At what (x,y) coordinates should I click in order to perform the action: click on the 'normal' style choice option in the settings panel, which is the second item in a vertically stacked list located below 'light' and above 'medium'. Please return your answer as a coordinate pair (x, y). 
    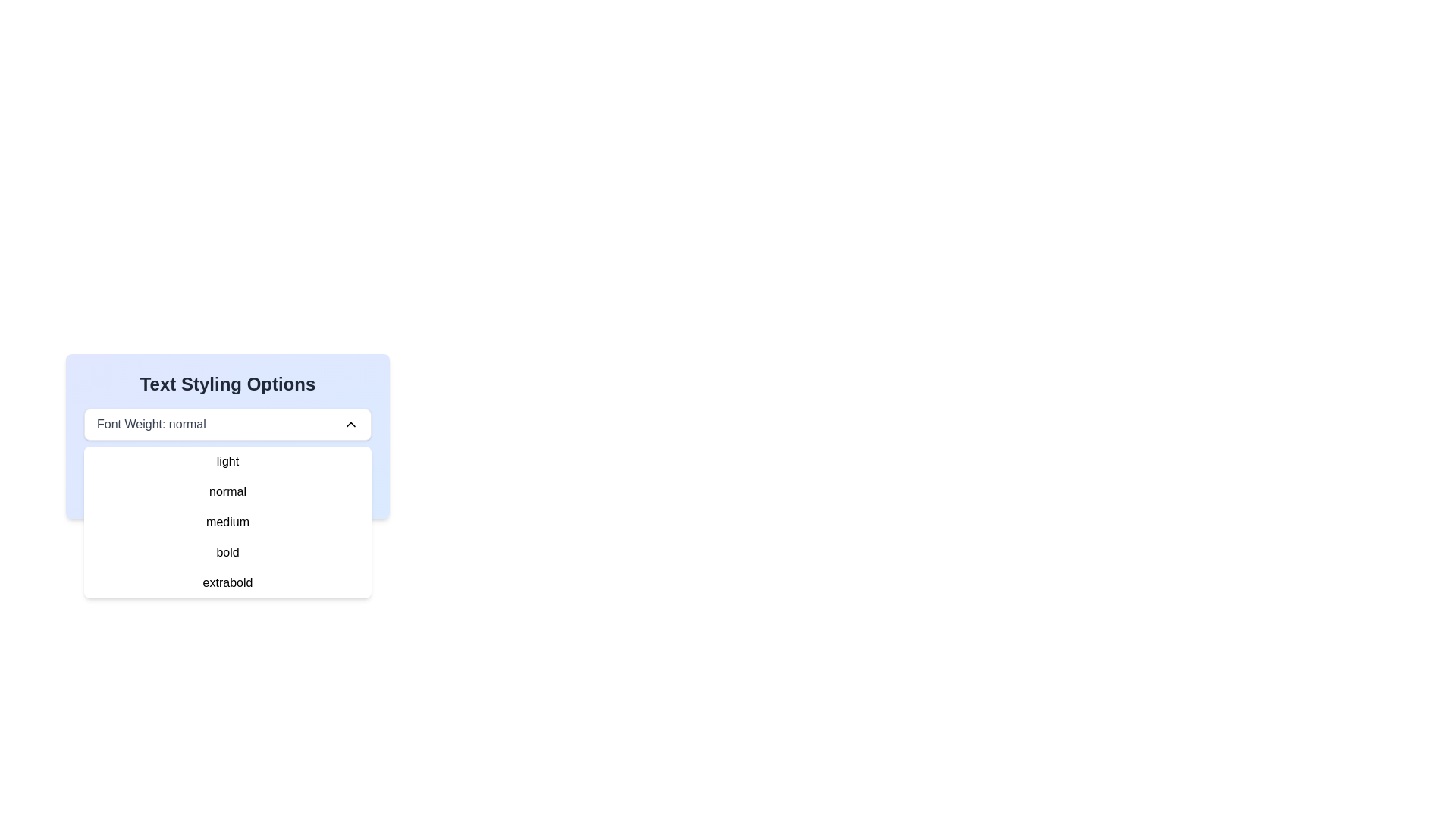
    Looking at the image, I should click on (227, 491).